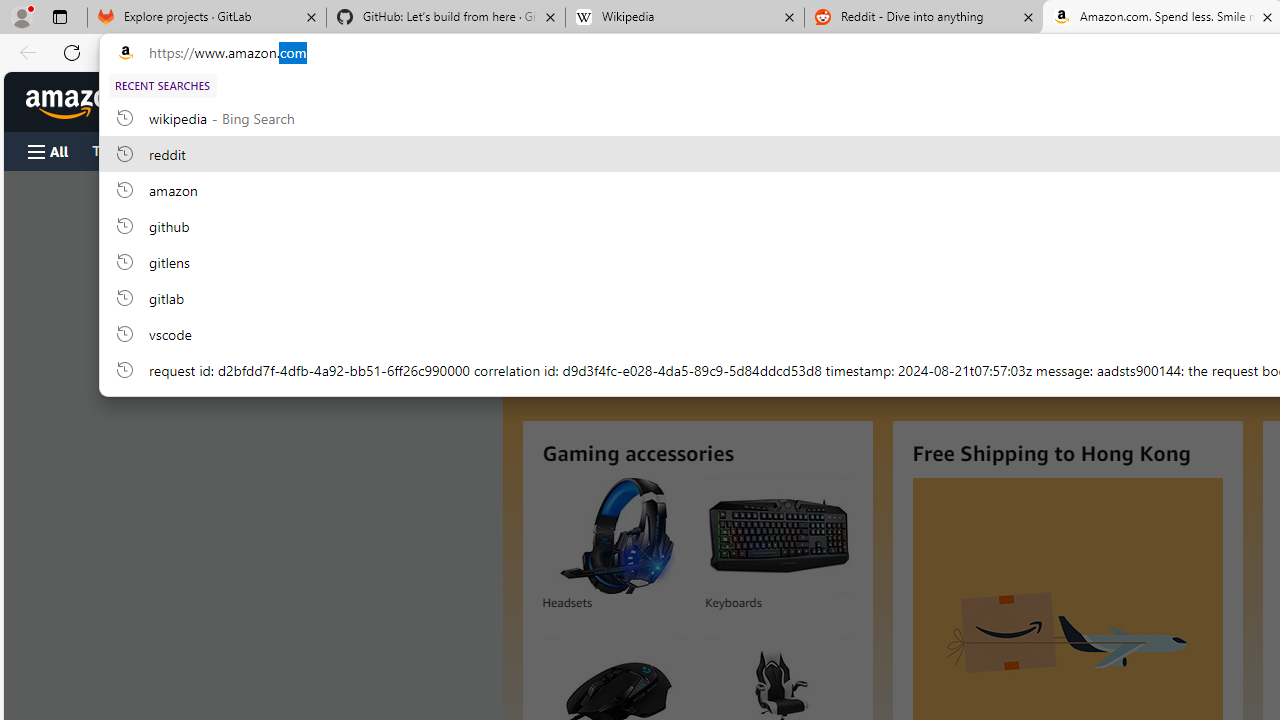  I want to click on 'Open Menu', so click(48, 150).